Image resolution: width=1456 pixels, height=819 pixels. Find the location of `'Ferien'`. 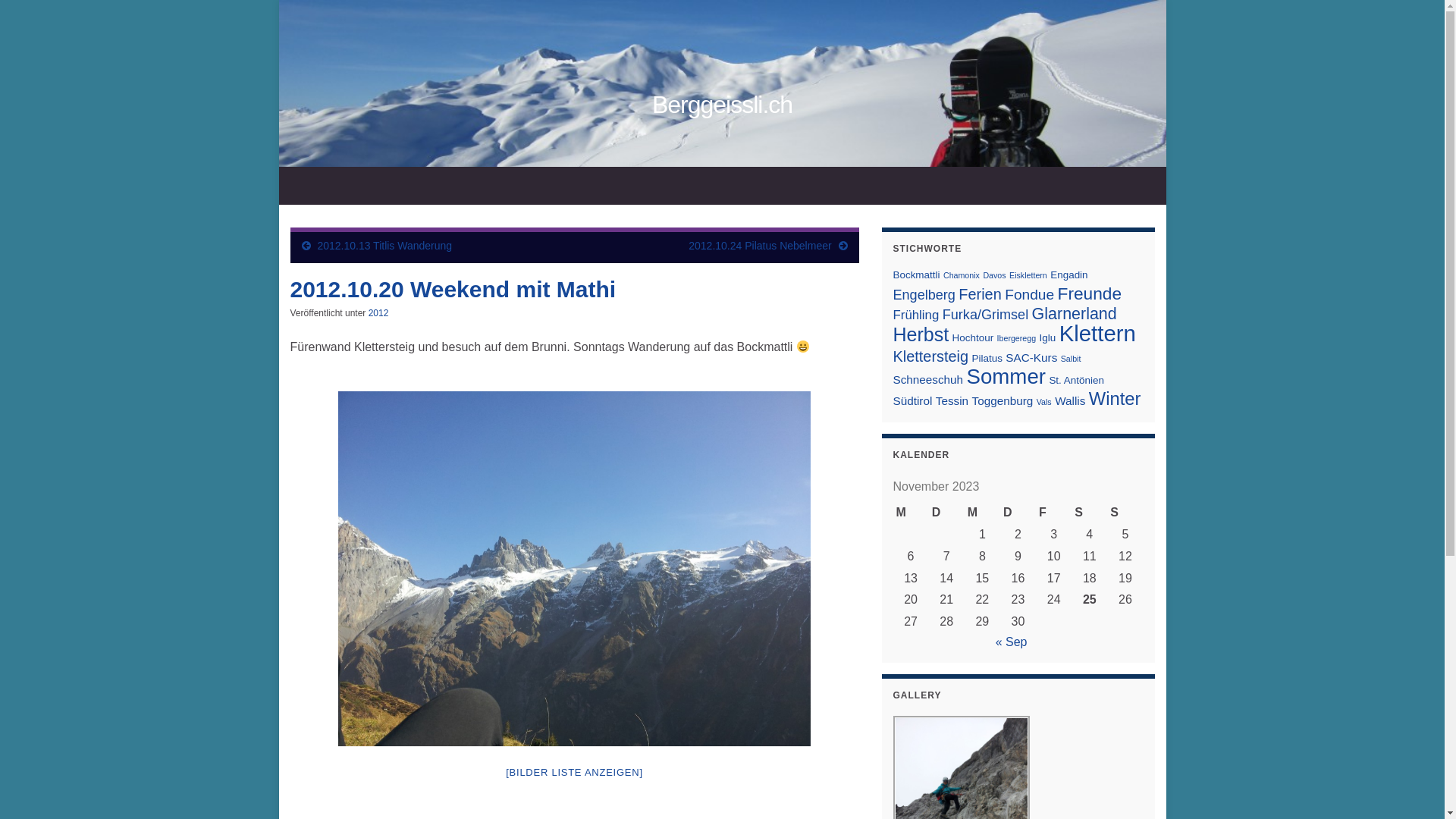

'Ferien' is located at coordinates (979, 294).